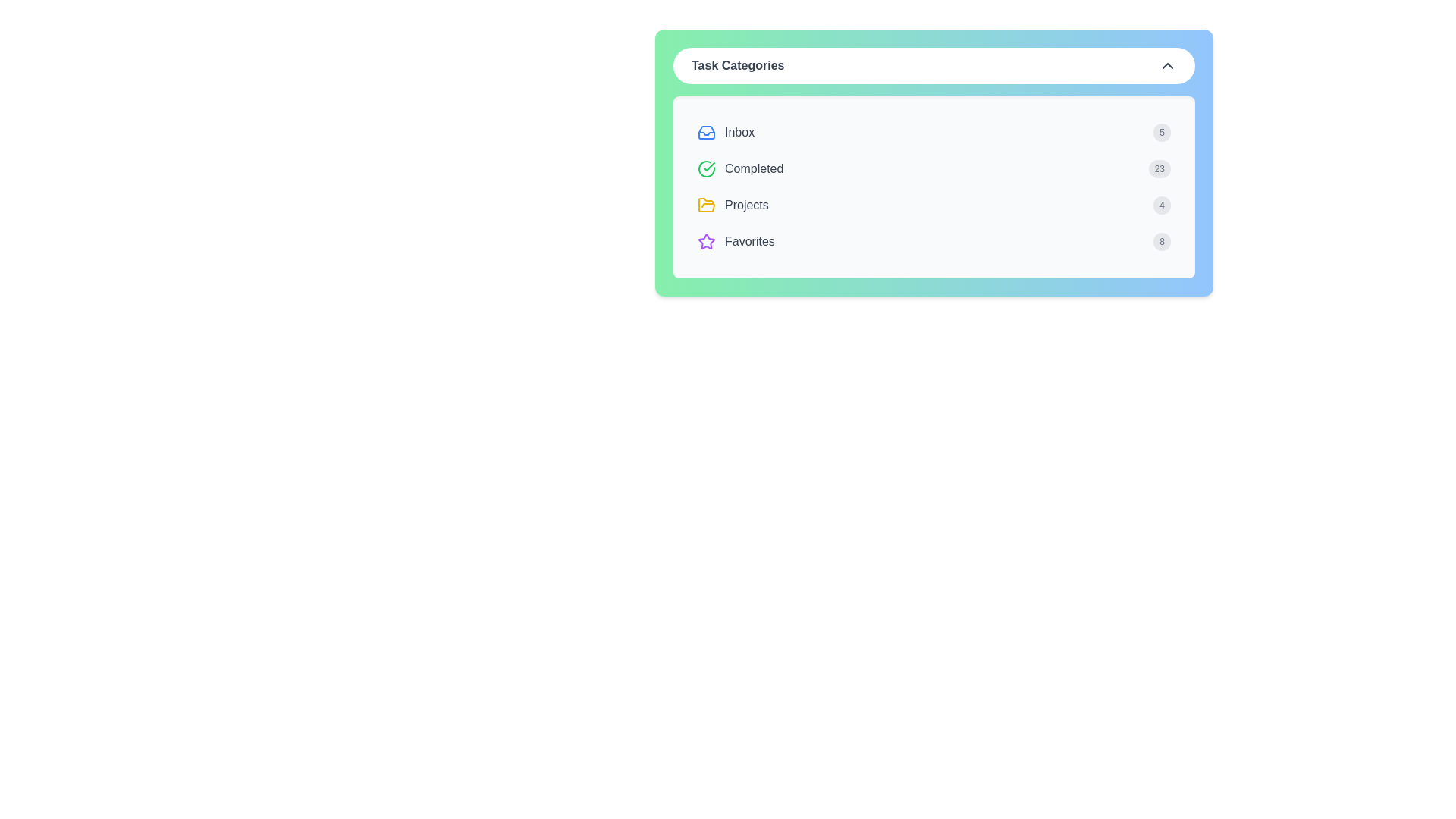 This screenshot has width=1456, height=819. Describe the element at coordinates (725, 131) in the screenshot. I see `the 'Inbox' navigation link in the task categories list` at that location.